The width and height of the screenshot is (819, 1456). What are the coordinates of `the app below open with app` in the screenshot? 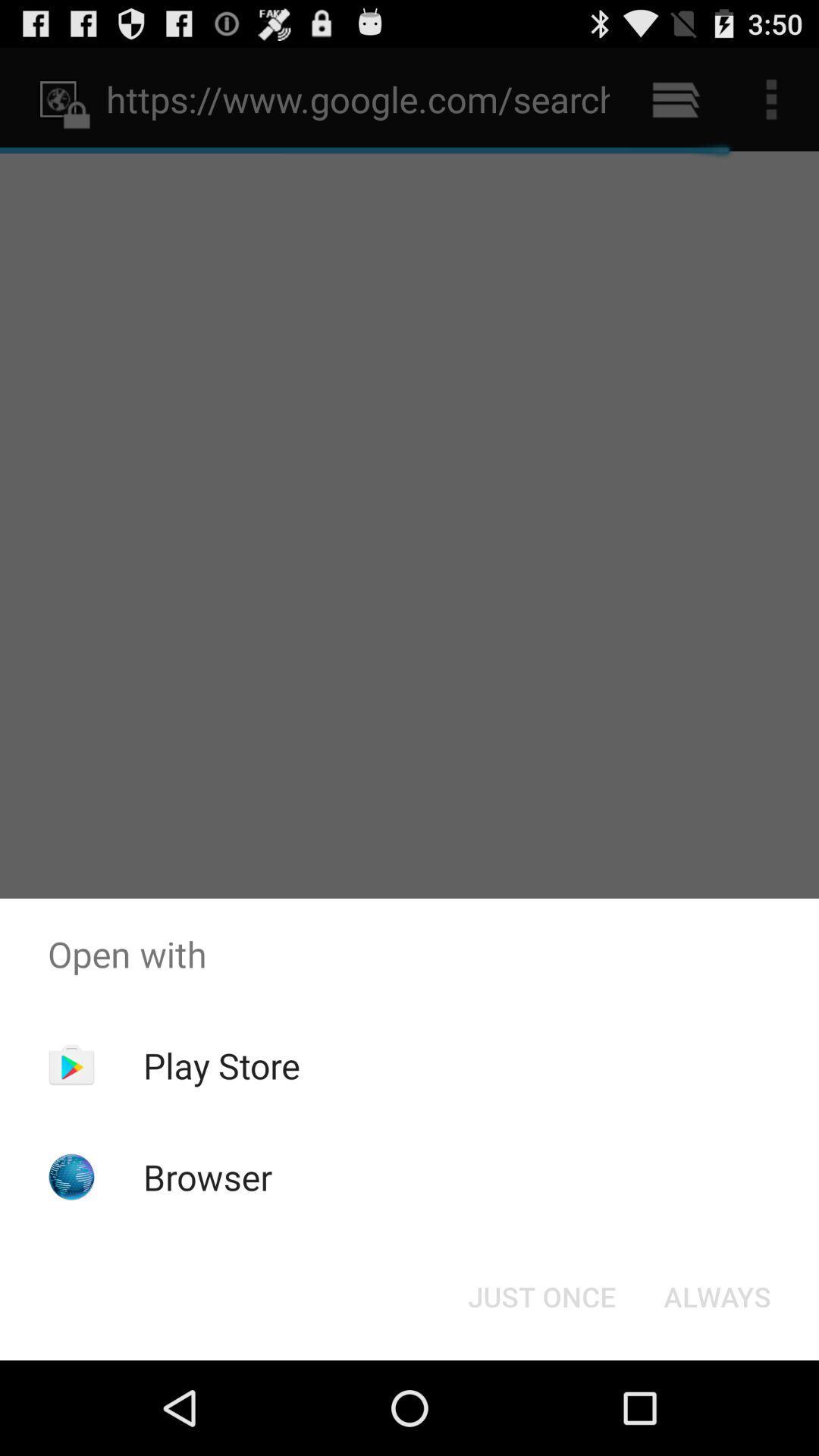 It's located at (221, 1065).